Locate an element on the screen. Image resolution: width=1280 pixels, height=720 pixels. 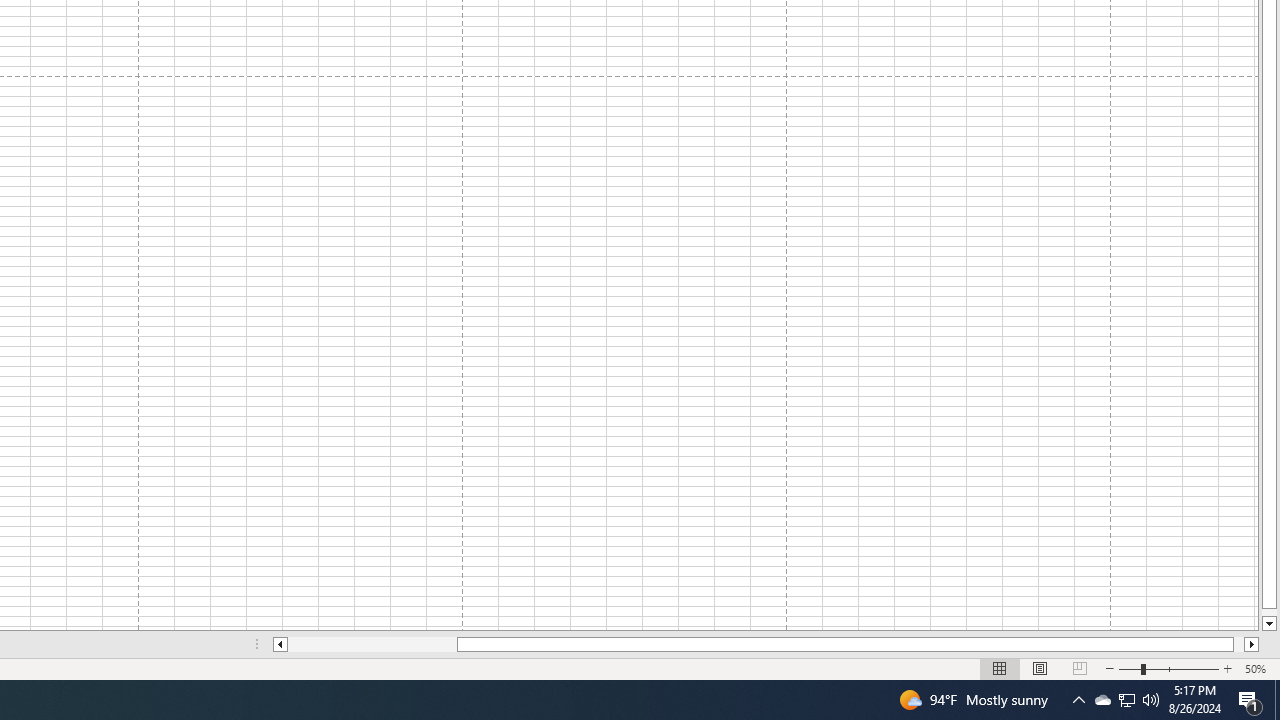
'Zoom' is located at coordinates (1168, 669).